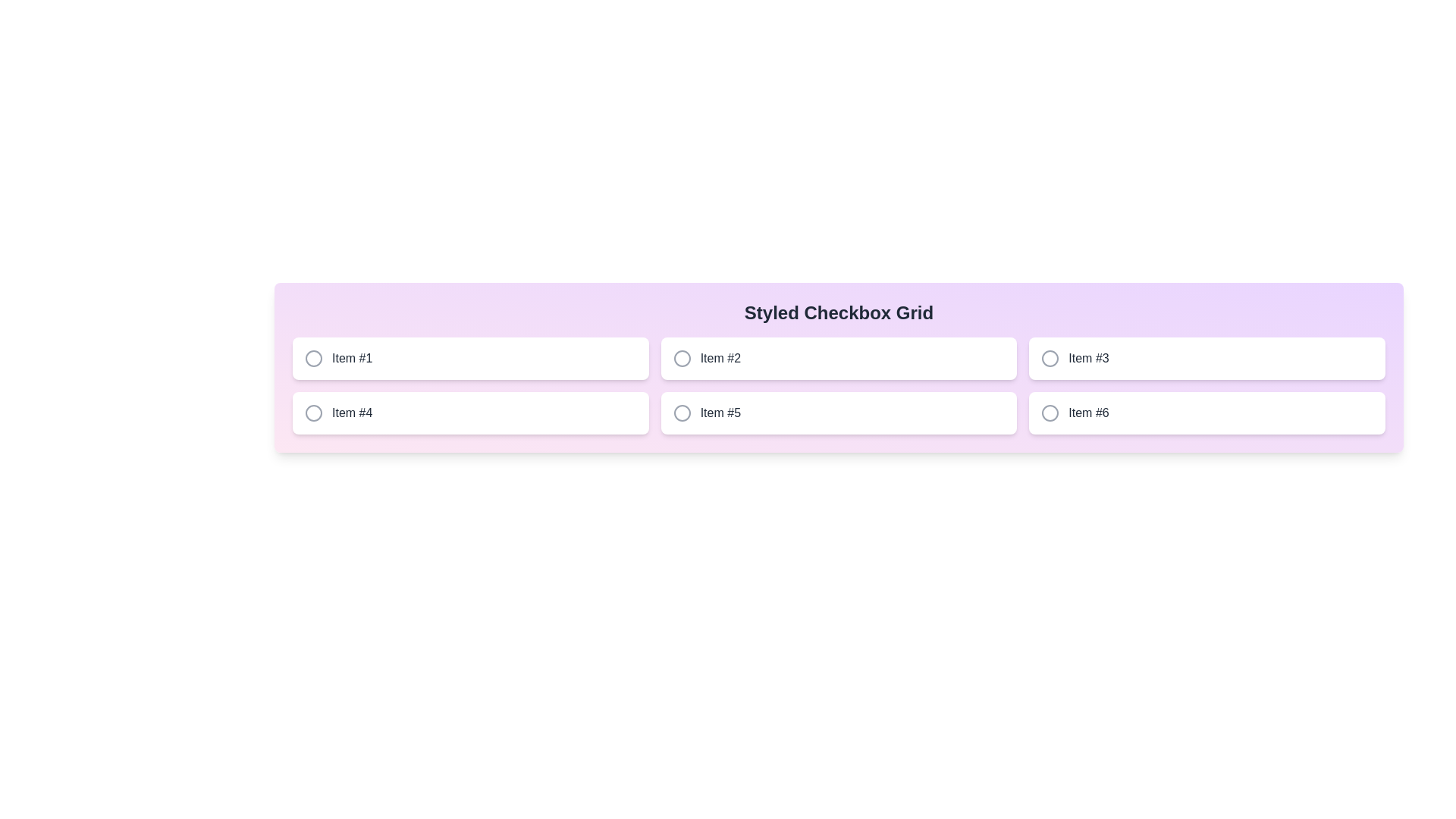  What do you see at coordinates (1207, 413) in the screenshot?
I see `the button labeled Item #6 to observe style changes` at bounding box center [1207, 413].